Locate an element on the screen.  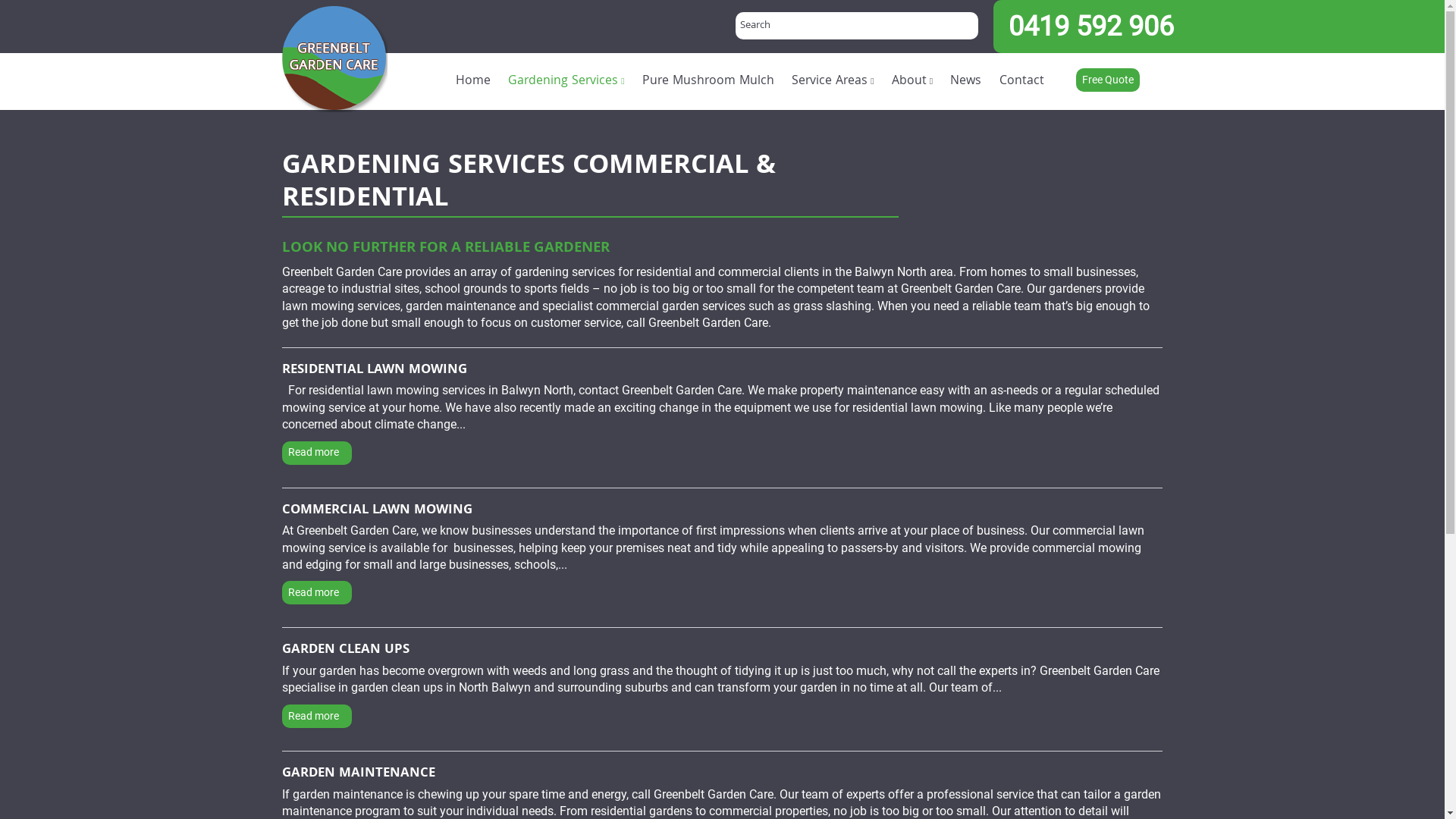
'Contact' is located at coordinates (1021, 81).